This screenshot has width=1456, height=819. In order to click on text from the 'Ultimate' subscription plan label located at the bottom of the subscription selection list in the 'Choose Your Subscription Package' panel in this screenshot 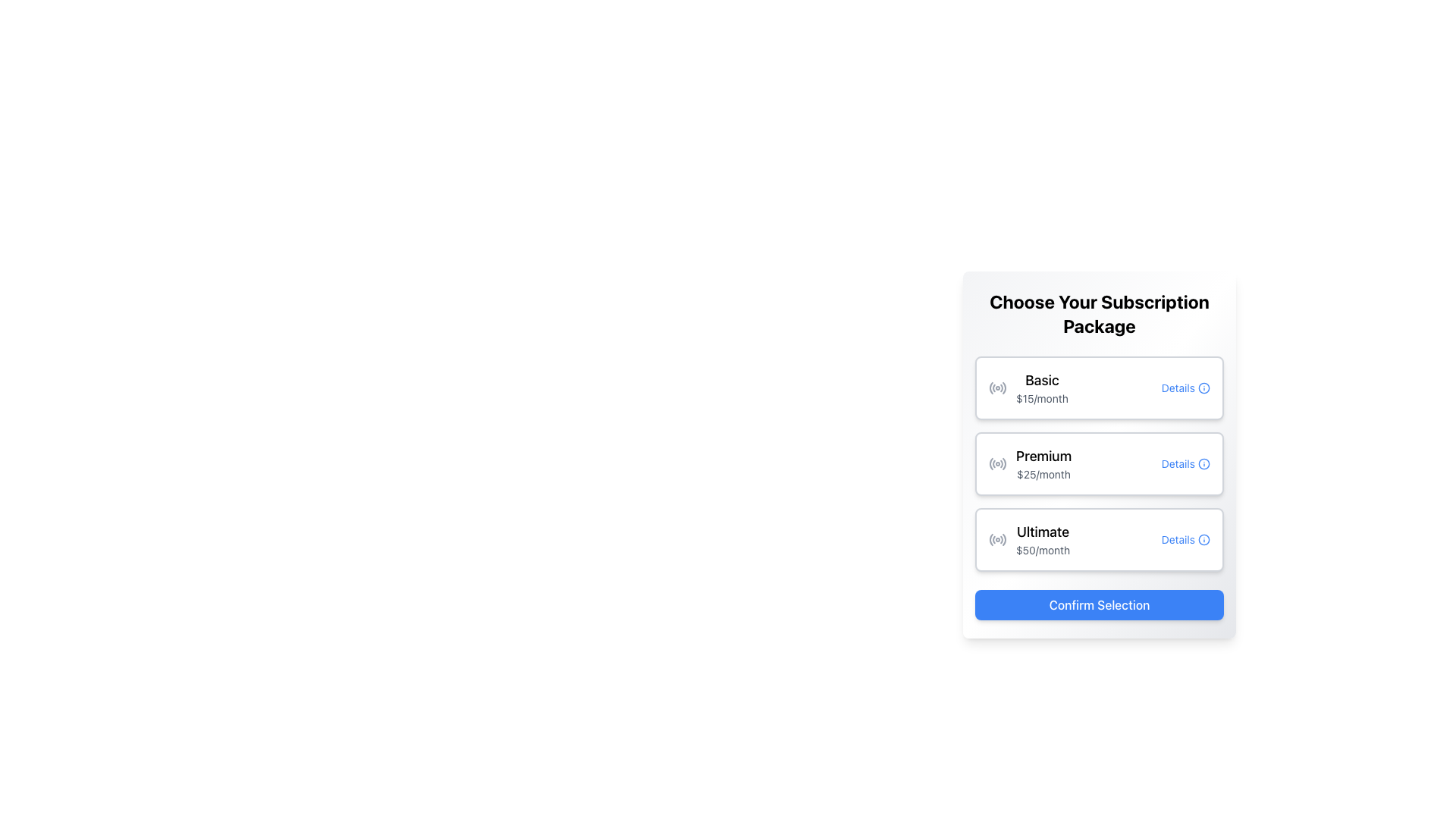, I will do `click(1042, 539)`.